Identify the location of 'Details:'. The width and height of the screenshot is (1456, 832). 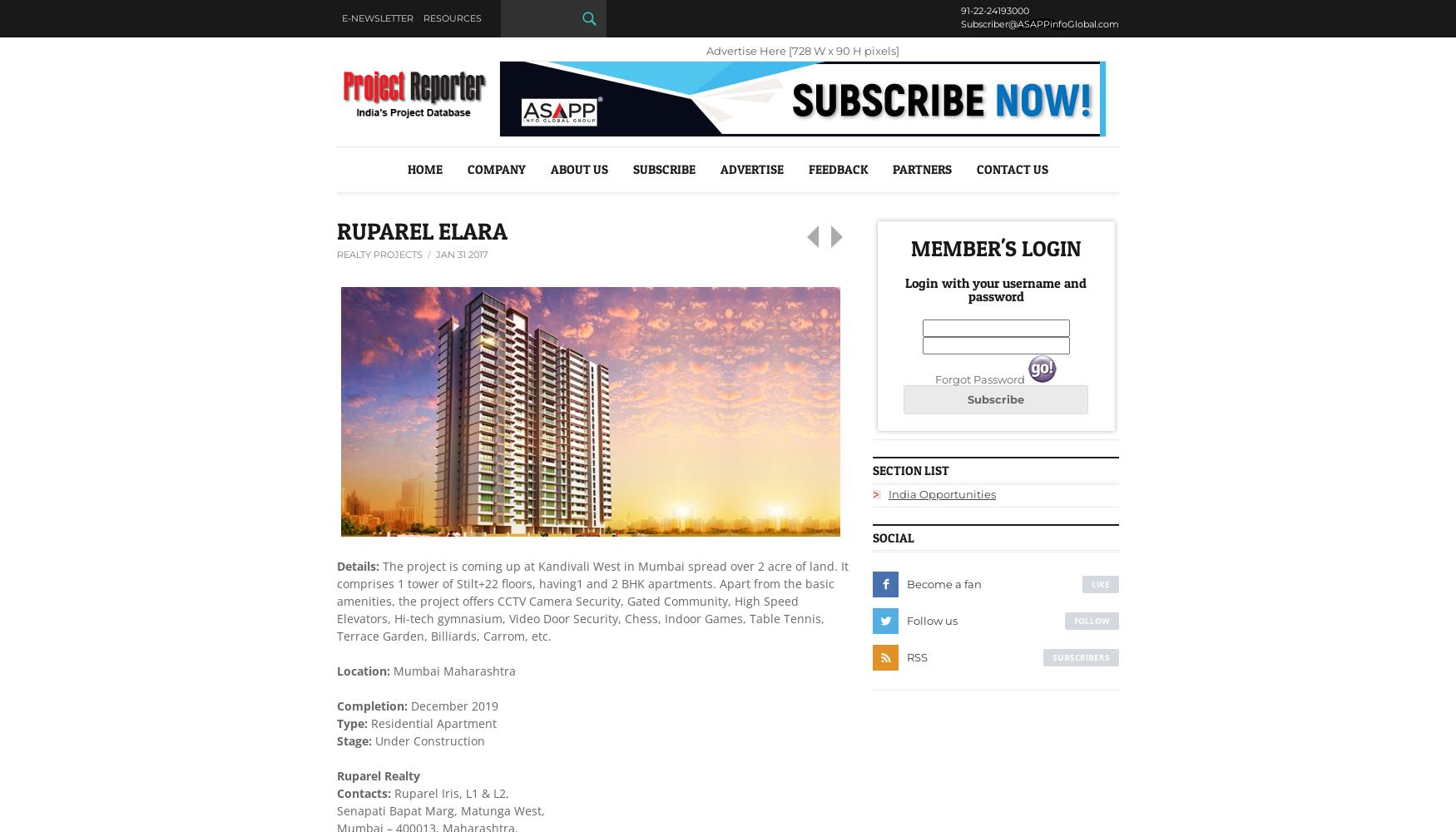
(359, 565).